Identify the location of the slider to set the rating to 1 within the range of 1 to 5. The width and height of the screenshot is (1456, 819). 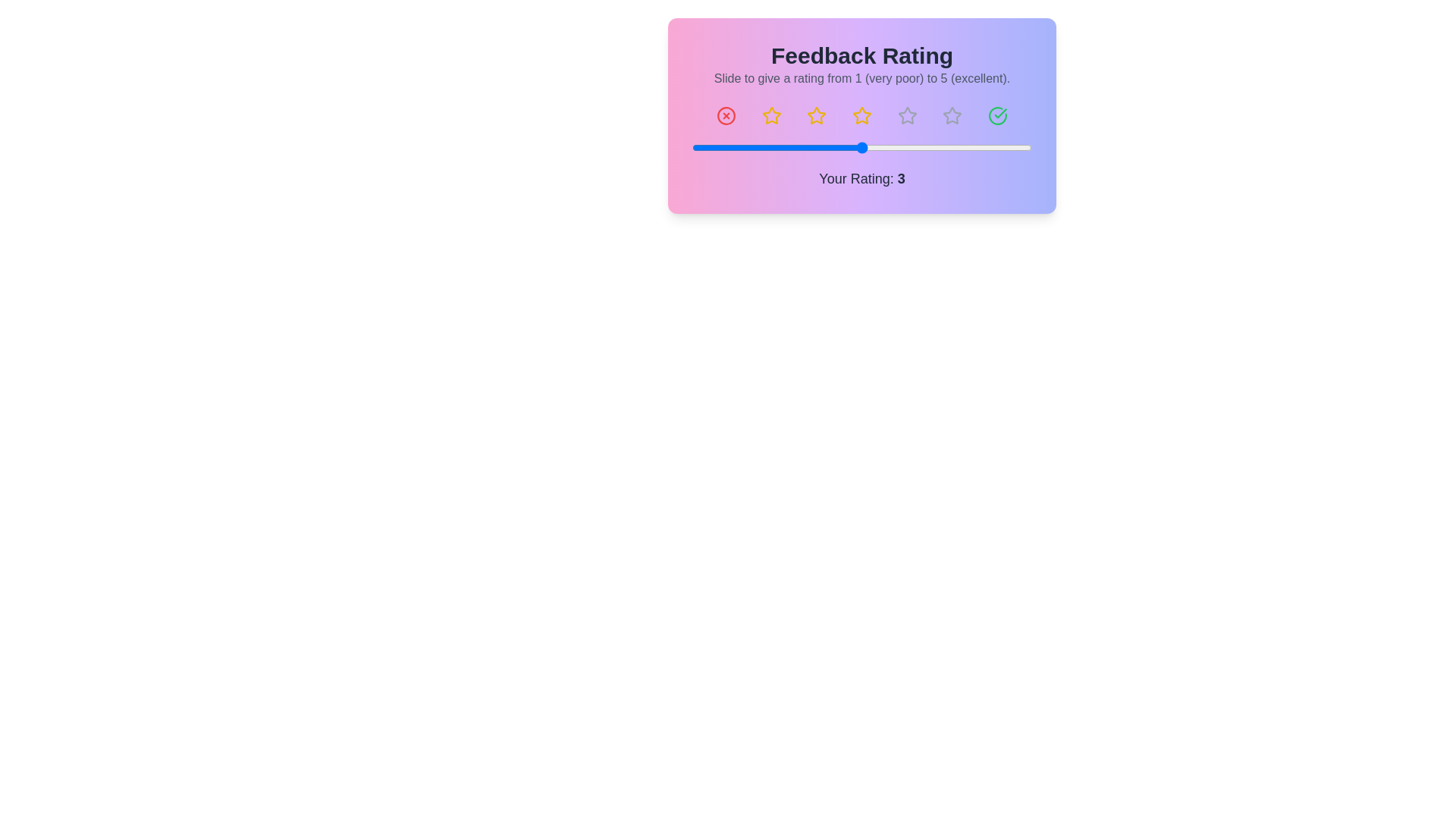
(691, 148).